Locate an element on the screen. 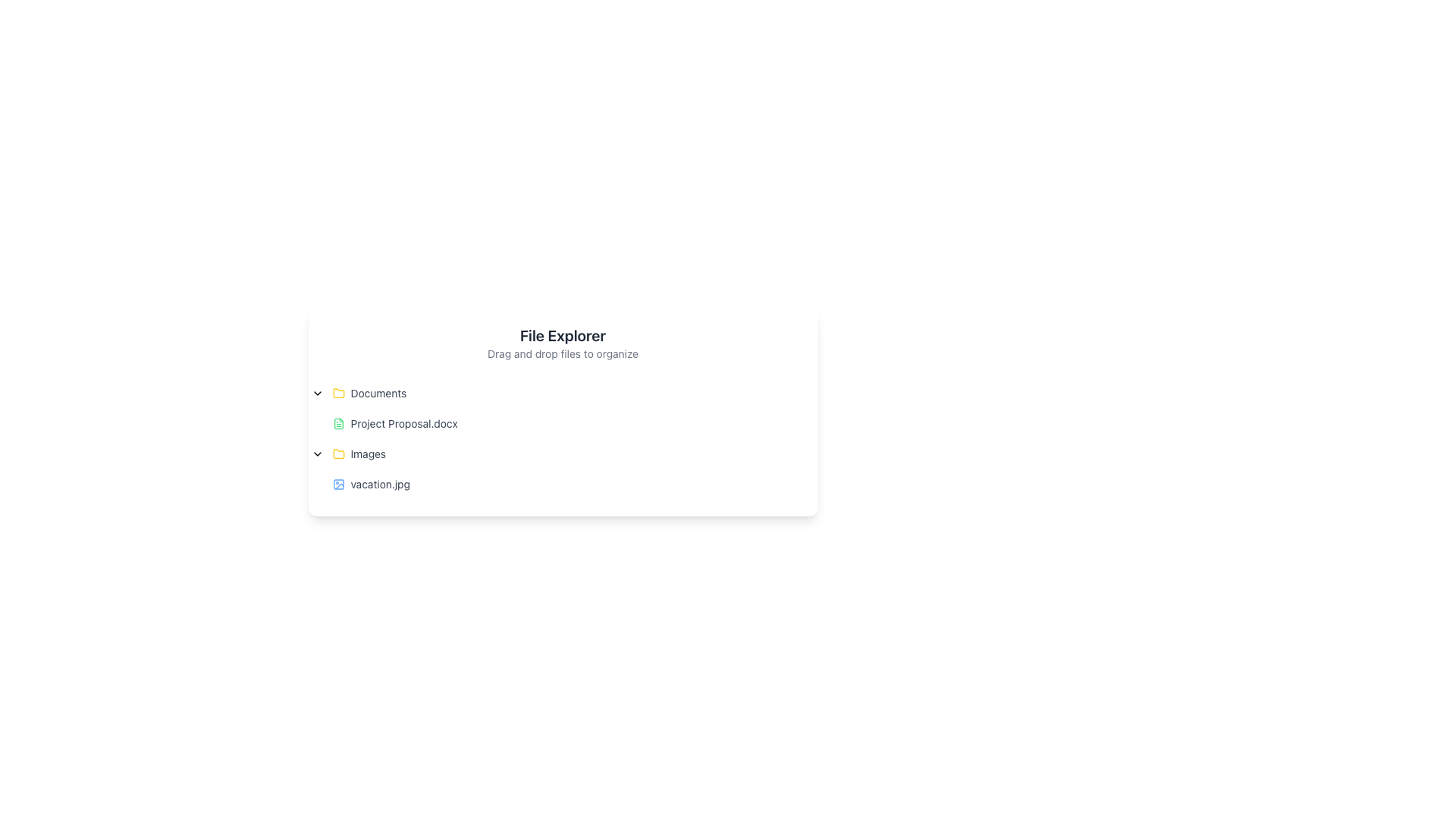 The image size is (1456, 819). the green file document icon representing 'Project Proposal.docx' in the File Explorer interface is located at coordinates (337, 424).